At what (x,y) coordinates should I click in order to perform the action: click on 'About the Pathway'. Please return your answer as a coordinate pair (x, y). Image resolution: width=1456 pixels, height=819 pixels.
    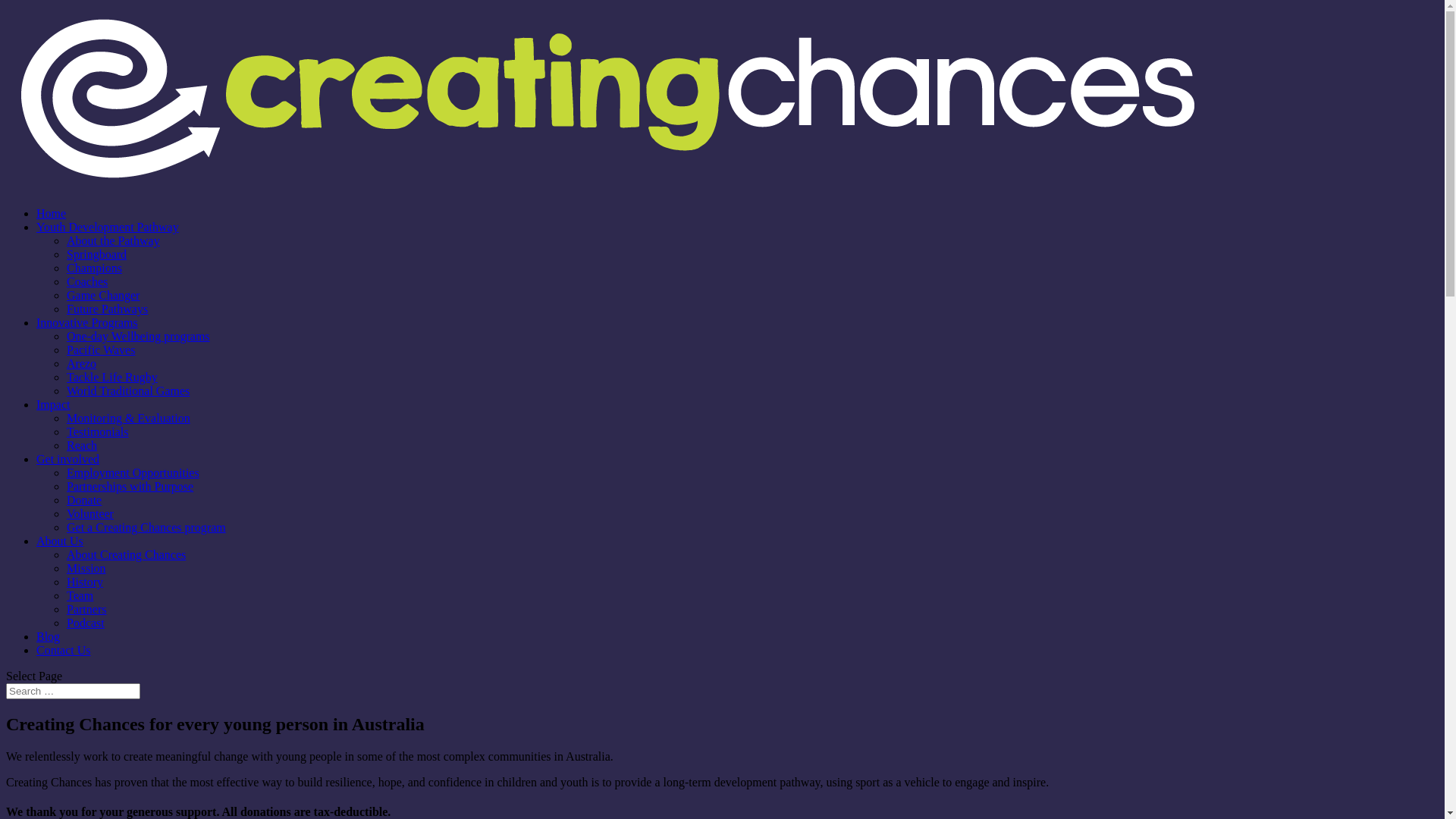
    Looking at the image, I should click on (112, 240).